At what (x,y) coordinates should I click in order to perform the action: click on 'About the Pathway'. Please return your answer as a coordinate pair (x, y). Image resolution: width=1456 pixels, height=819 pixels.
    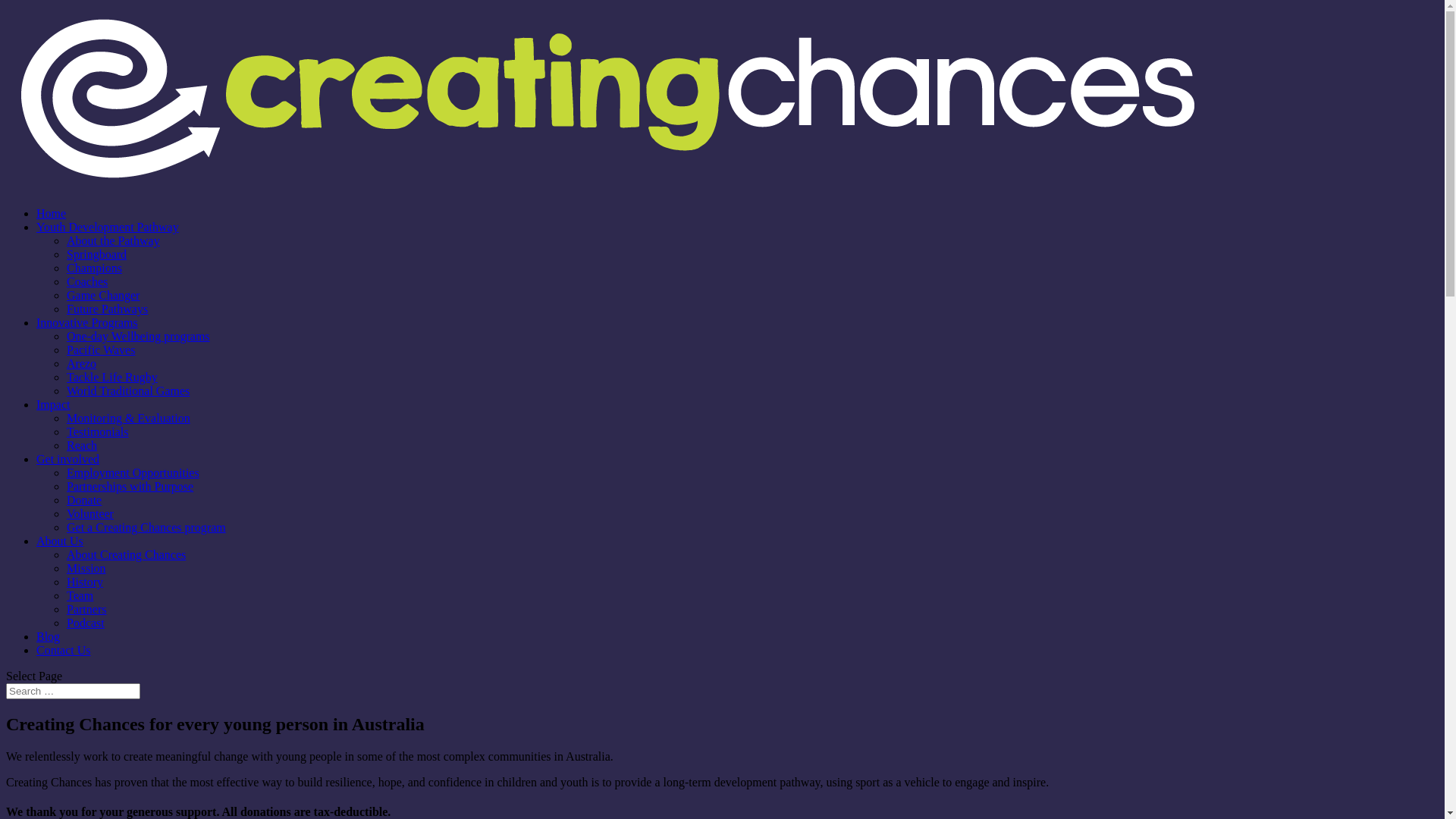
    Looking at the image, I should click on (112, 240).